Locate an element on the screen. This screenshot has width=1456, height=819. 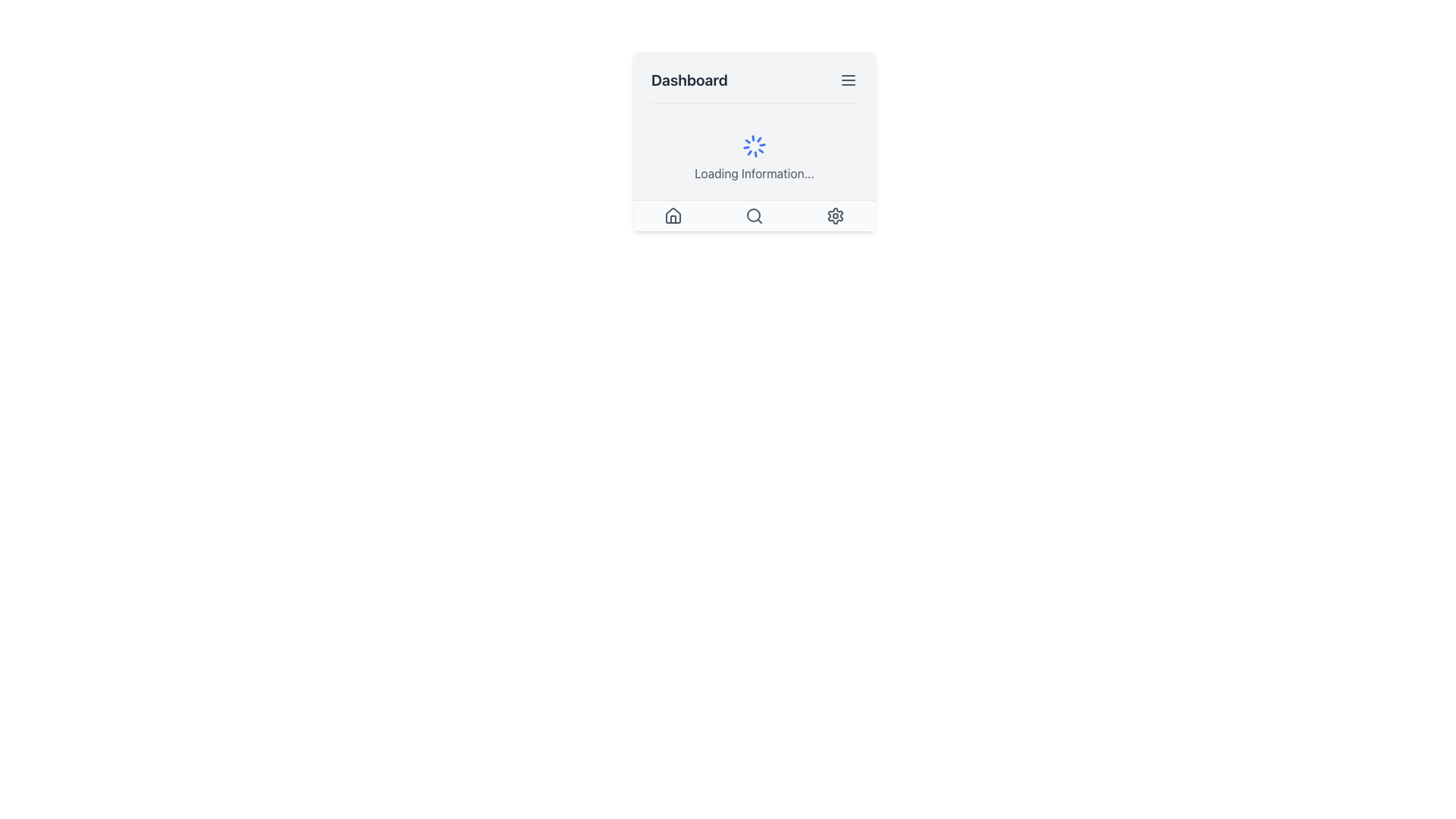
the loading spinner with the blue animated icon and the text 'Loading Information...' centered in the light-colored card beneath the 'Dashboard' header is located at coordinates (754, 158).